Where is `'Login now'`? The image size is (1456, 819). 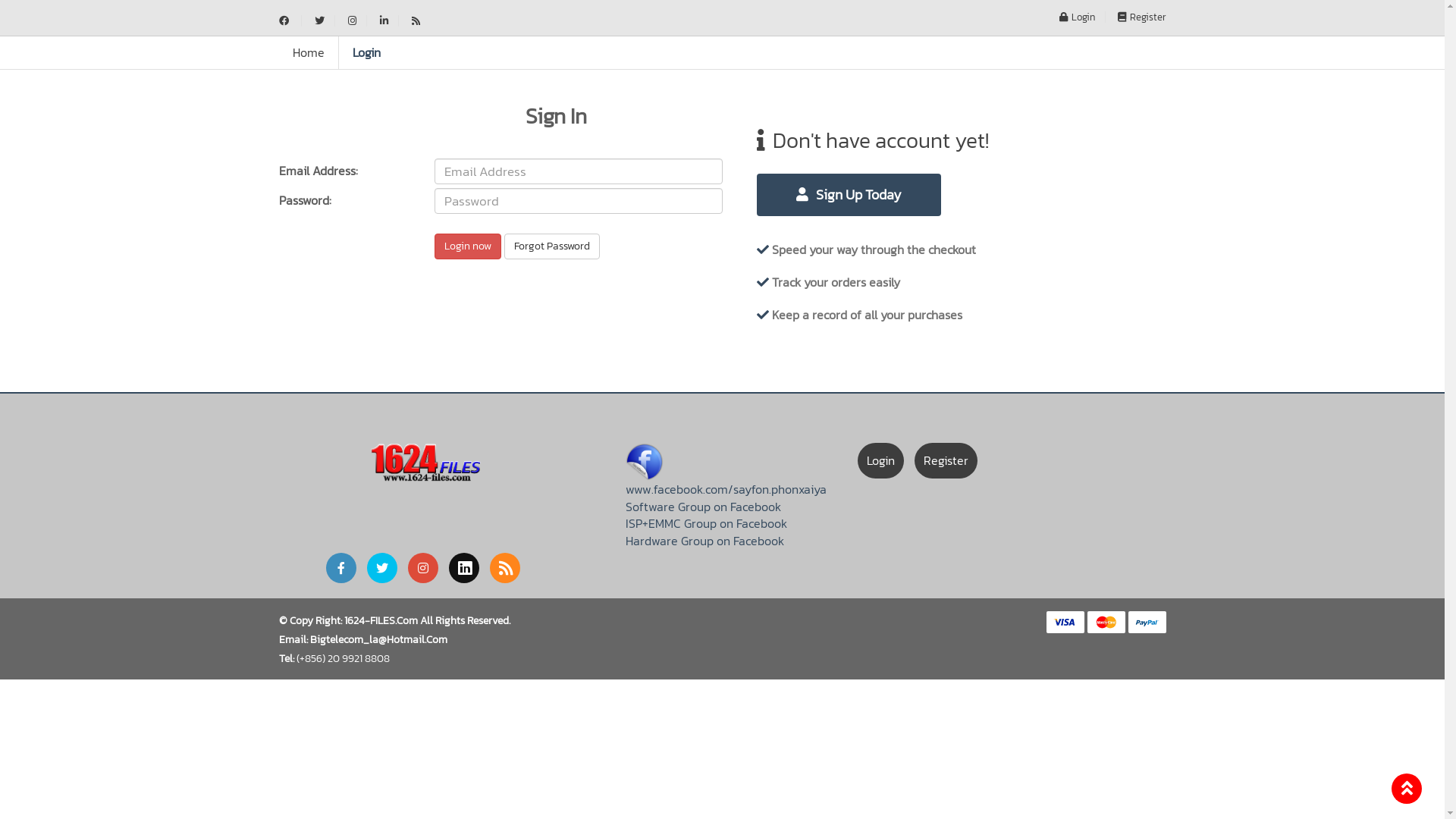
'Login now' is located at coordinates (466, 245).